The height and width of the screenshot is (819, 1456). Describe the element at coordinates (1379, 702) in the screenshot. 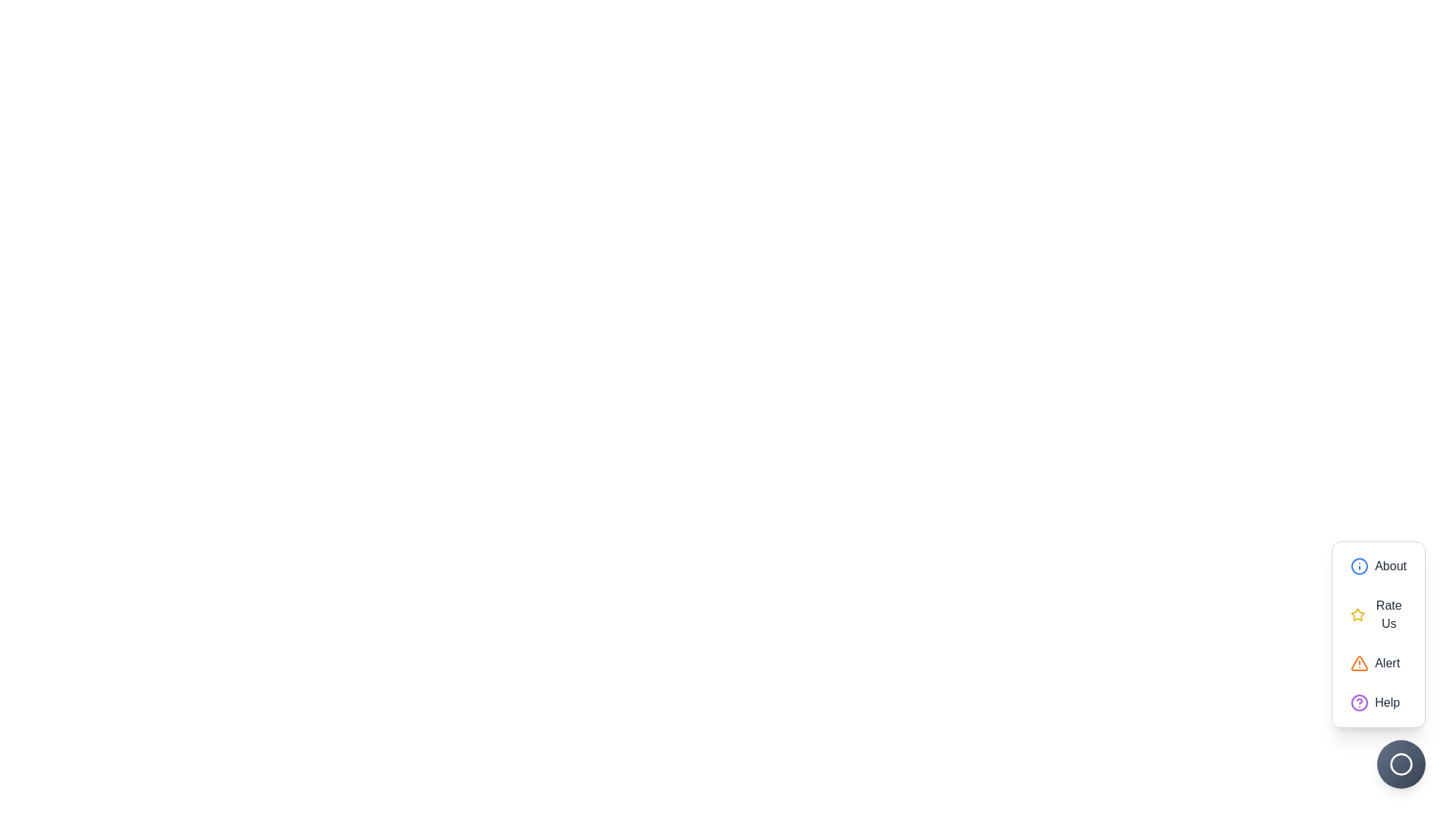

I see `the 'Help' button` at that location.